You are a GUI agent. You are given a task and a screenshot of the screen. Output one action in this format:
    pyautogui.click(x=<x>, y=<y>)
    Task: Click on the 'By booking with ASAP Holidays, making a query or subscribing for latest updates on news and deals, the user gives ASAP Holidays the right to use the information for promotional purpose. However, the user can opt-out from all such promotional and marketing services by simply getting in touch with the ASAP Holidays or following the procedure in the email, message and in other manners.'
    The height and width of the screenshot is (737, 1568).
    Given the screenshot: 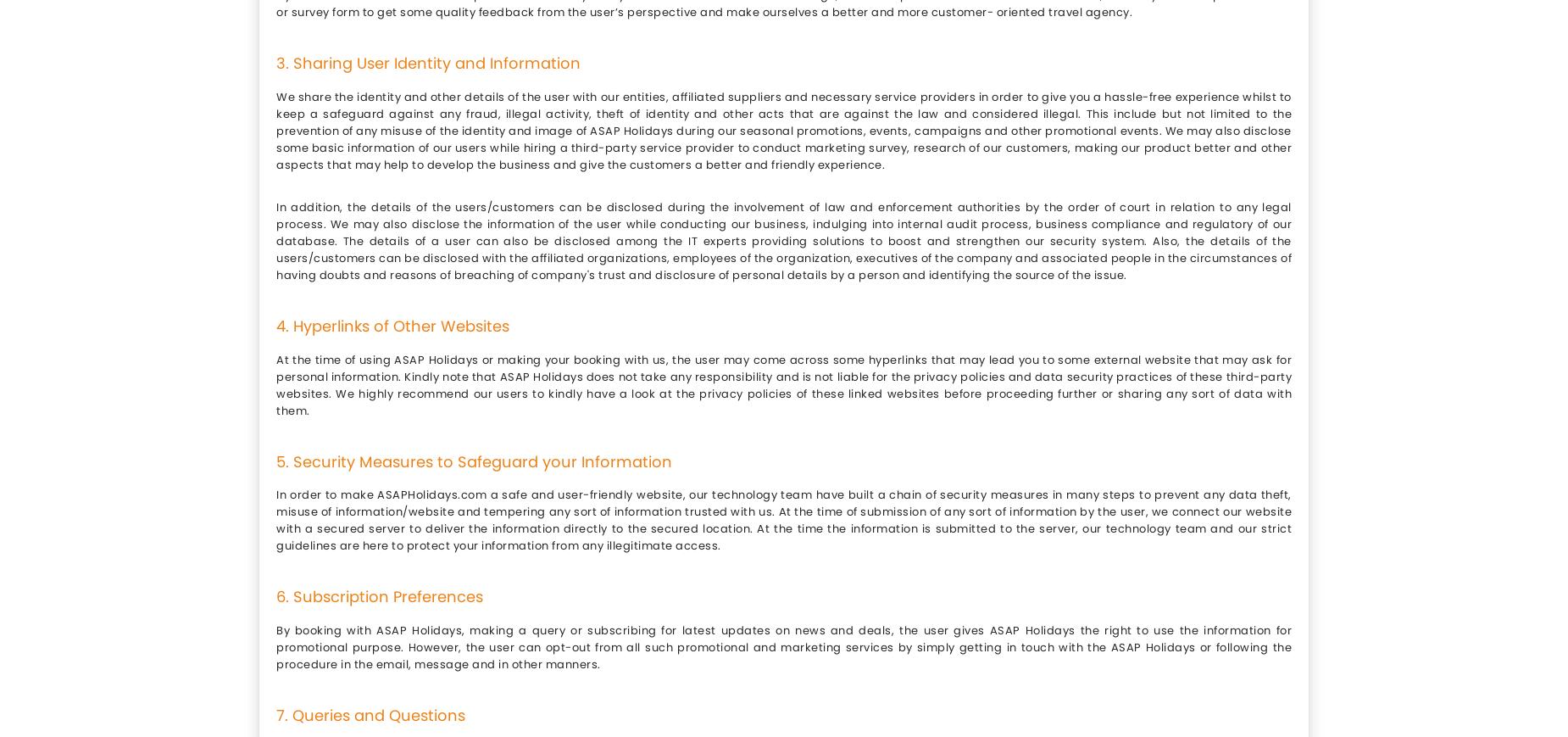 What is the action you would take?
    pyautogui.click(x=784, y=647)
    